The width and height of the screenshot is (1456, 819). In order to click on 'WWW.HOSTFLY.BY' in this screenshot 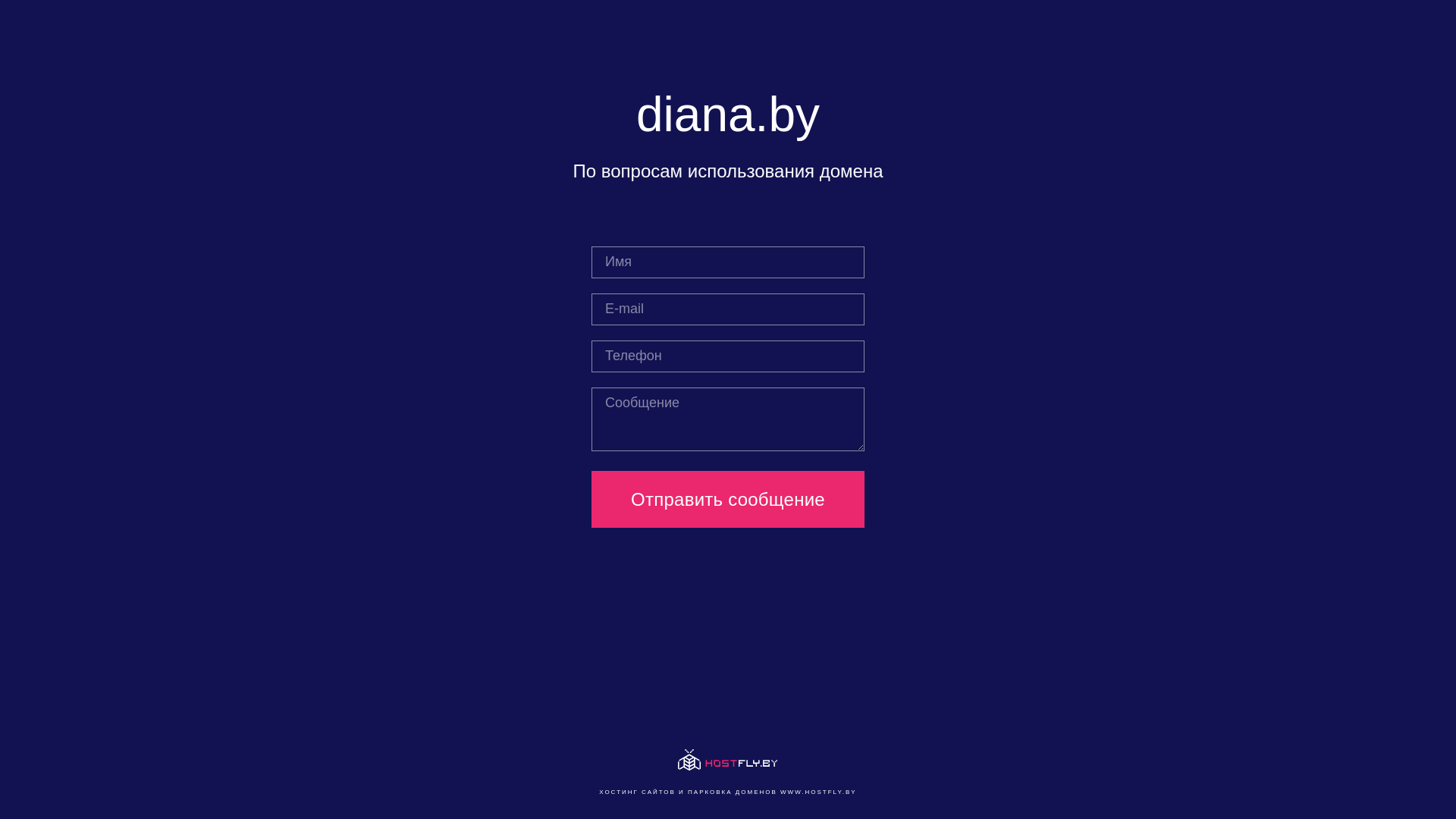, I will do `click(817, 791)`.